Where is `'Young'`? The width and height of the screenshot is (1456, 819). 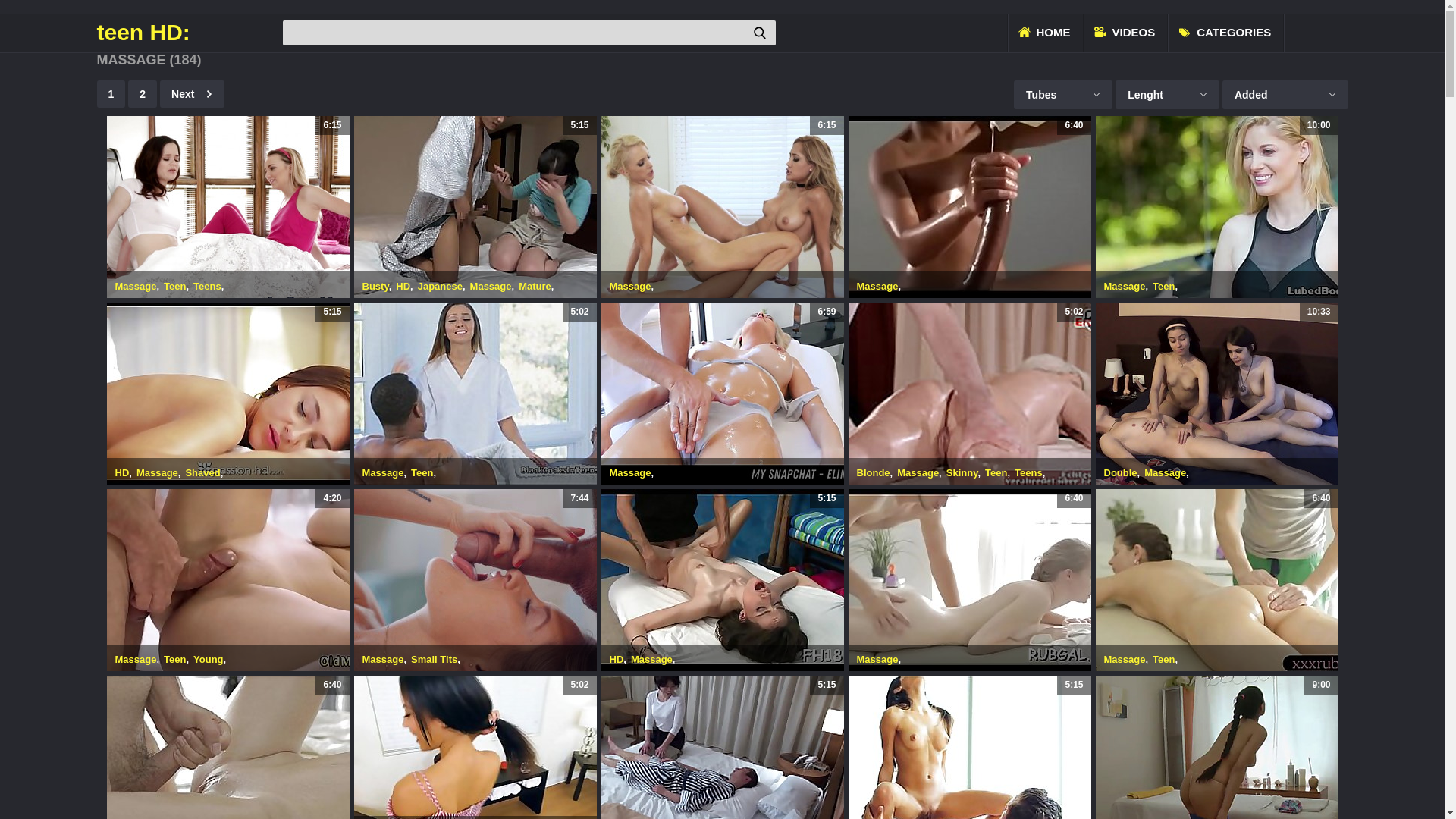 'Young' is located at coordinates (192, 658).